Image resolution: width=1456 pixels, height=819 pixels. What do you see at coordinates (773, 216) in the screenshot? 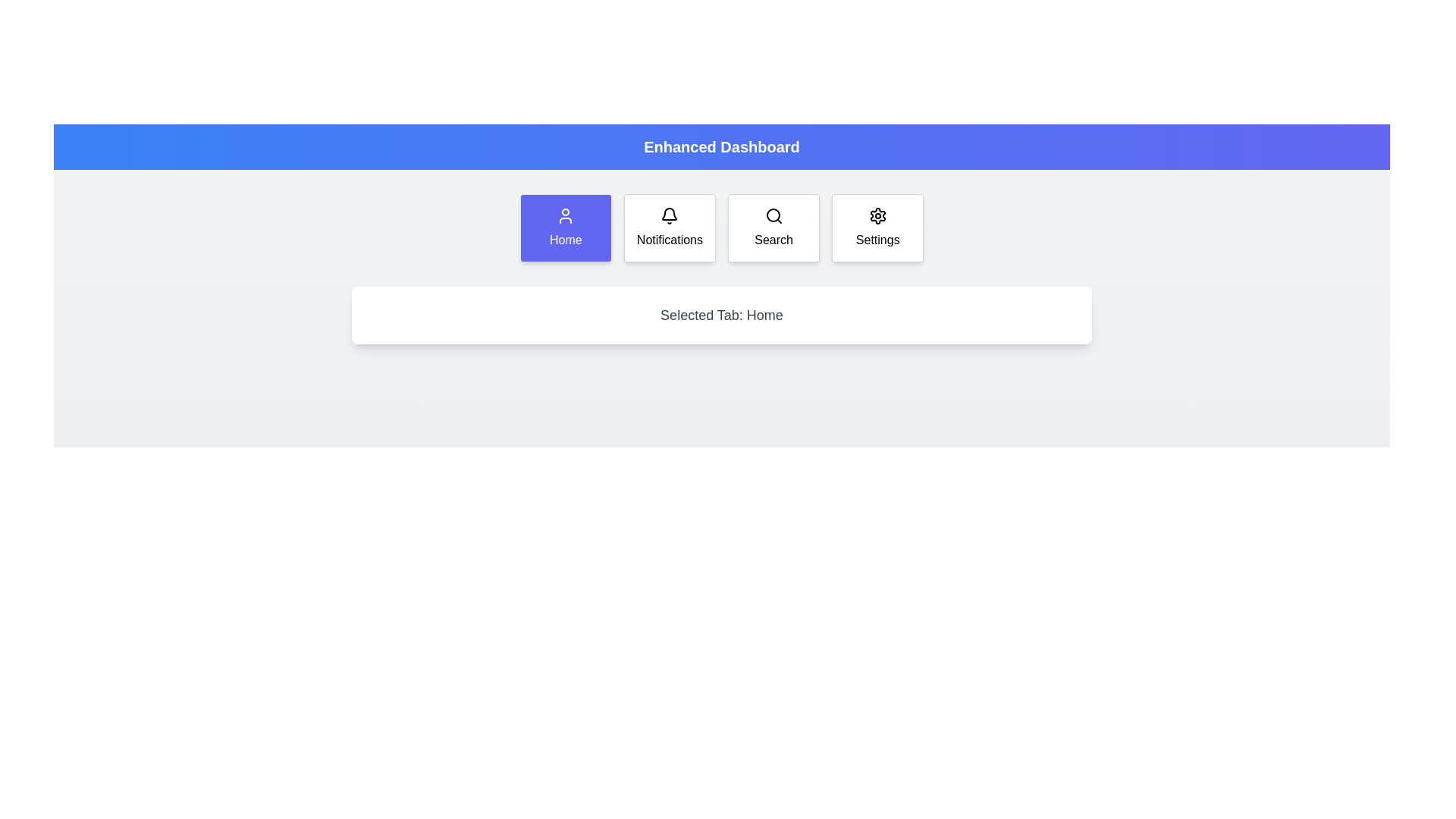
I see `the magnifying glass icon` at bounding box center [773, 216].